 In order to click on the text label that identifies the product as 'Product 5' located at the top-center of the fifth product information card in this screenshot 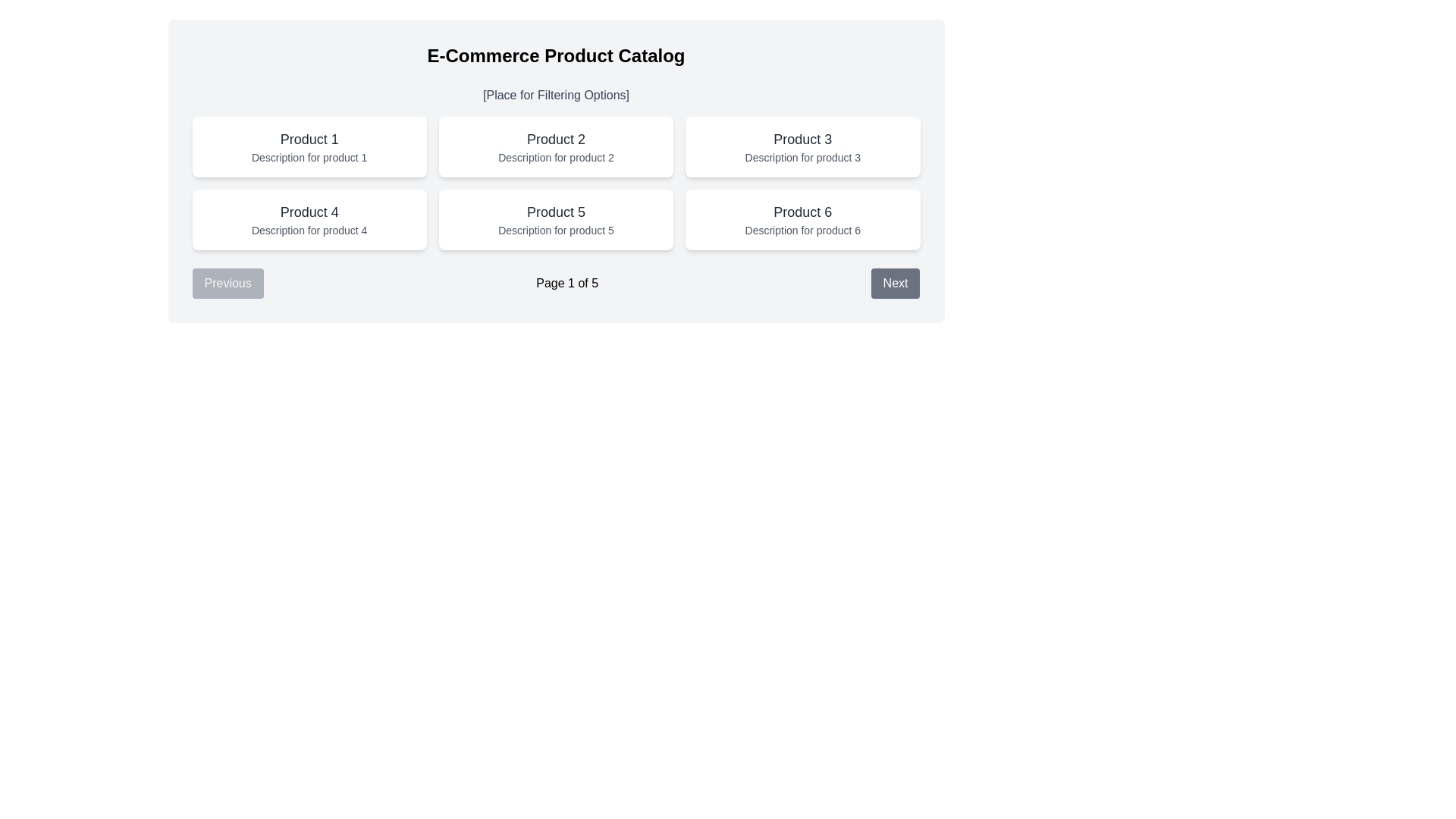, I will do `click(555, 212)`.